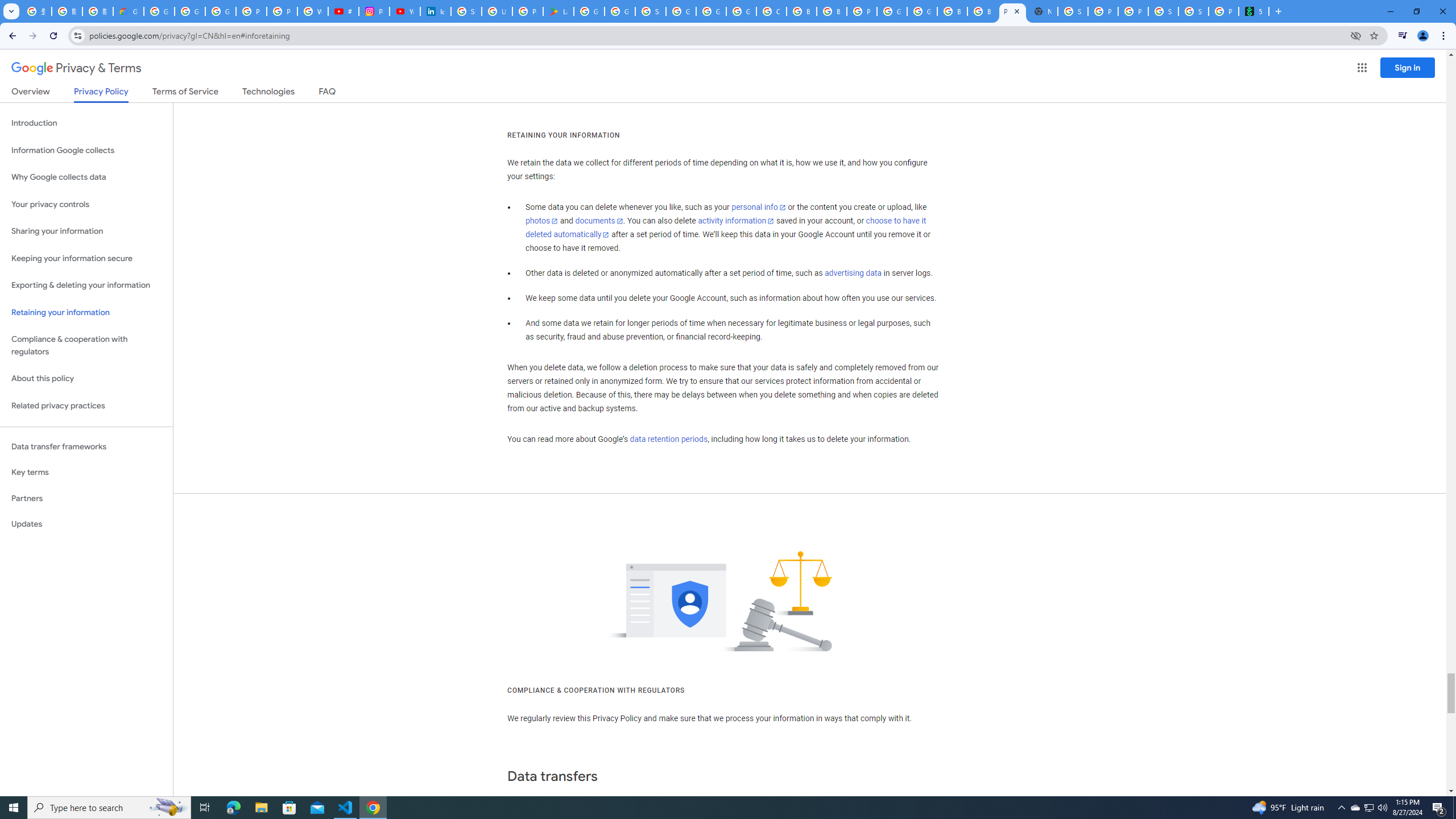 The image size is (1456, 819). I want to click on 'choose to have it deleted automatically', so click(725, 228).